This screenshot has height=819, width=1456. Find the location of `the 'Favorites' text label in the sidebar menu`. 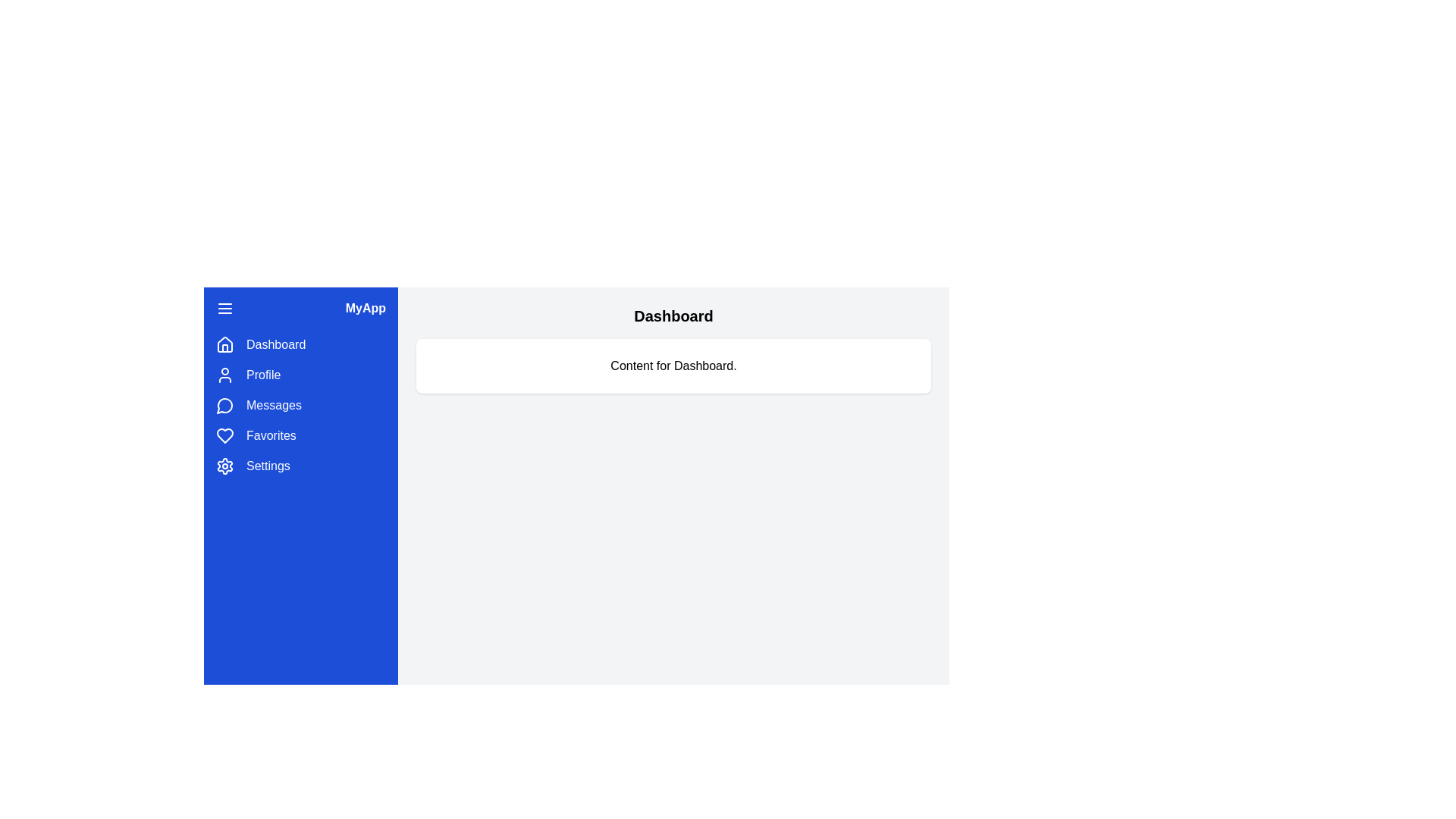

the 'Favorites' text label in the sidebar menu is located at coordinates (271, 435).